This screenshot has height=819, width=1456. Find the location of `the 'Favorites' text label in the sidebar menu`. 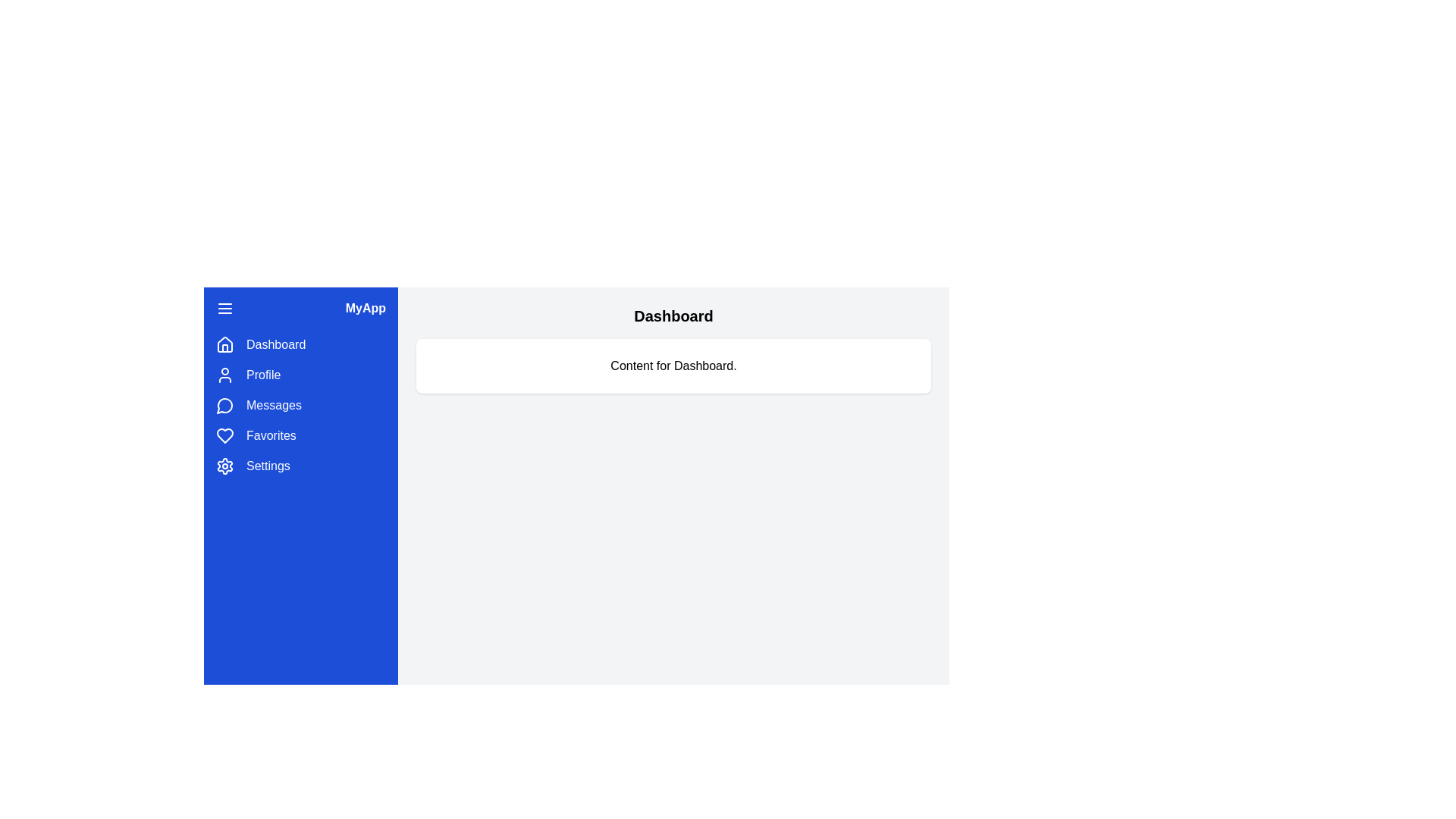

the 'Favorites' text label in the sidebar menu is located at coordinates (271, 435).